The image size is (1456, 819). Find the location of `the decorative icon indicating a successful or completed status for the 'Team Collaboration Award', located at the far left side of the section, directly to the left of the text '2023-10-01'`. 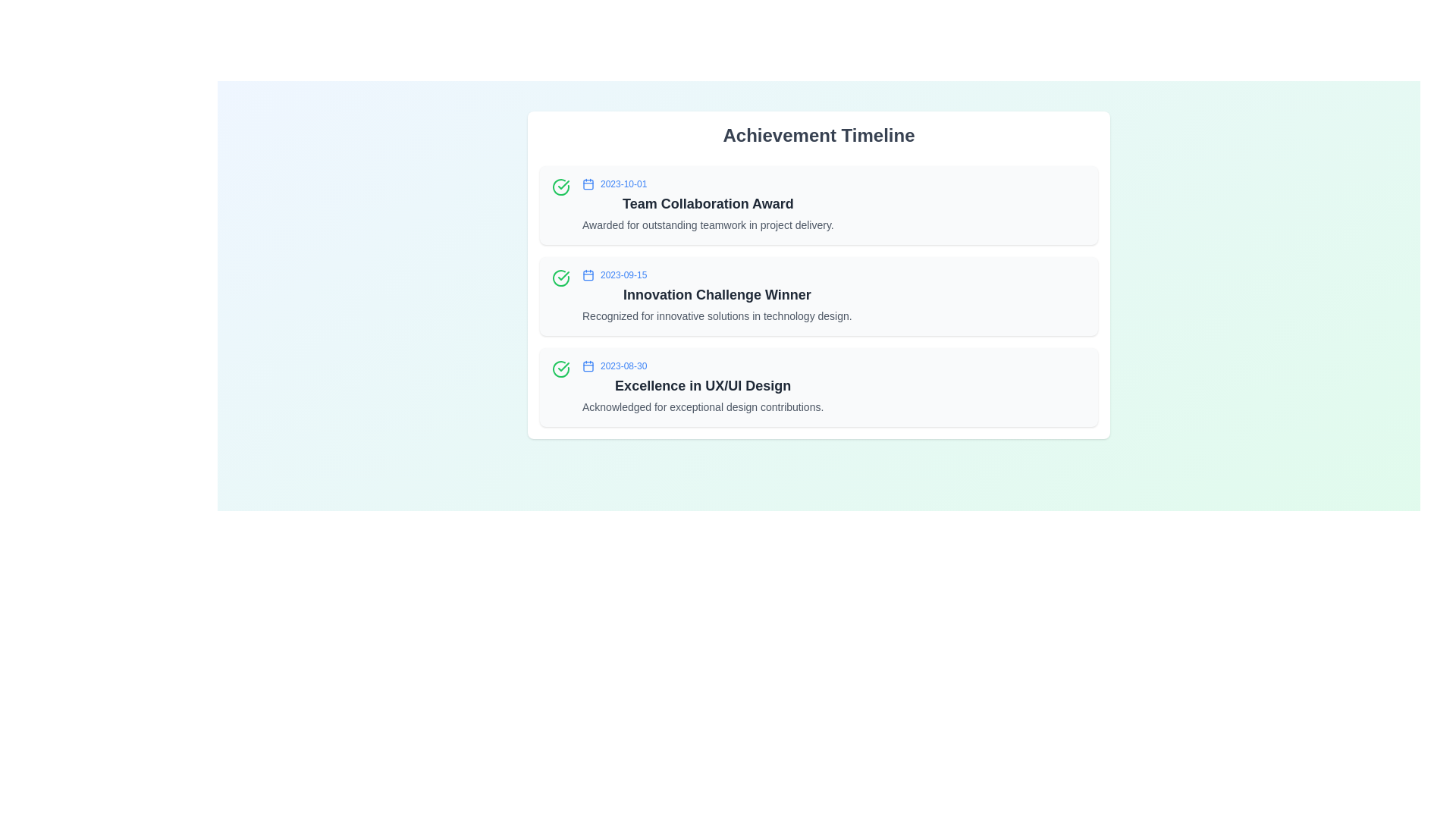

the decorative icon indicating a successful or completed status for the 'Team Collaboration Award', located at the far left side of the section, directly to the left of the text '2023-10-01' is located at coordinates (560, 186).